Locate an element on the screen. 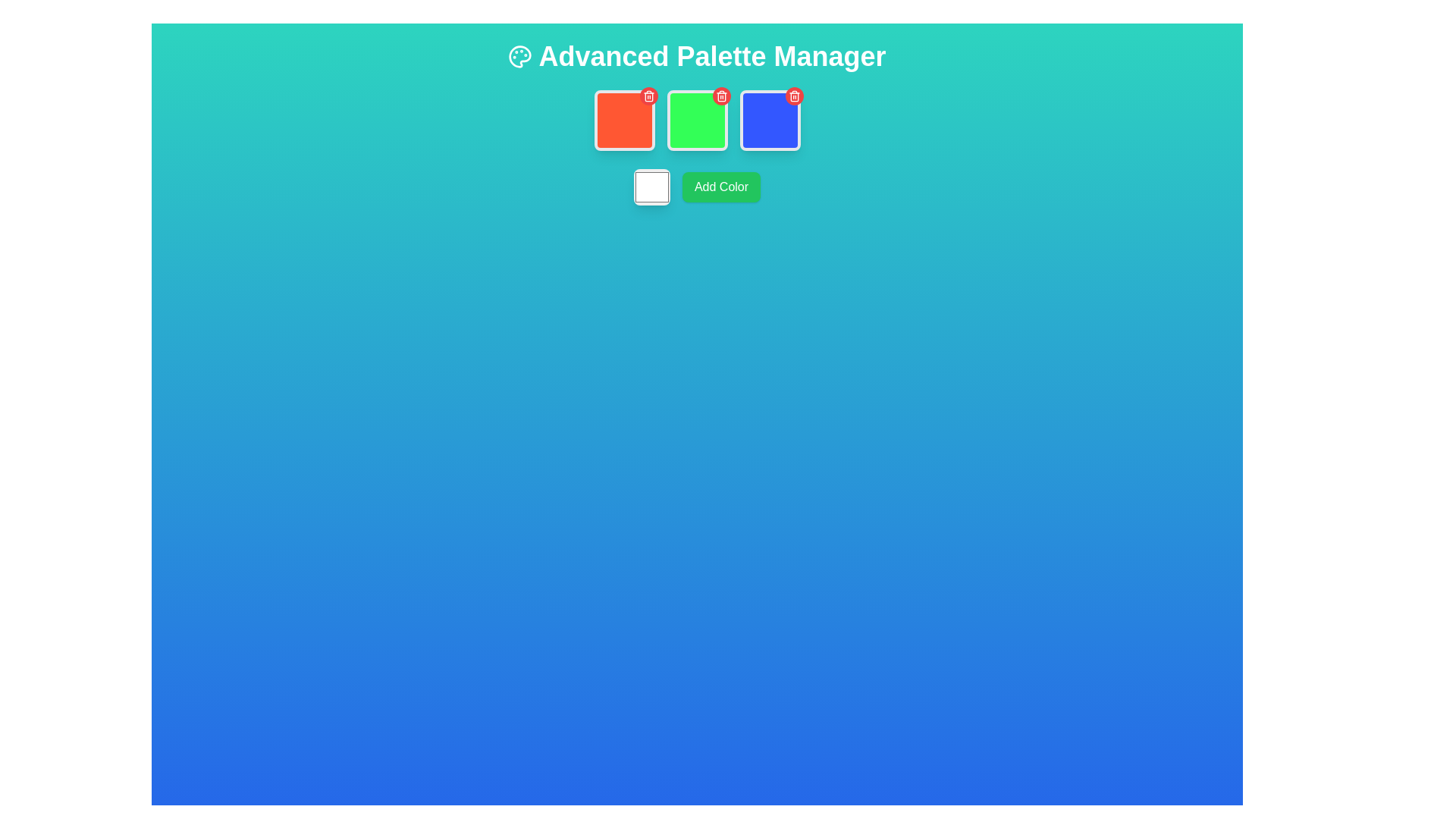 The height and width of the screenshot is (819, 1456). the bright green color representation block, which is the second block in a horizontal row of three color blocks is located at coordinates (696, 119).